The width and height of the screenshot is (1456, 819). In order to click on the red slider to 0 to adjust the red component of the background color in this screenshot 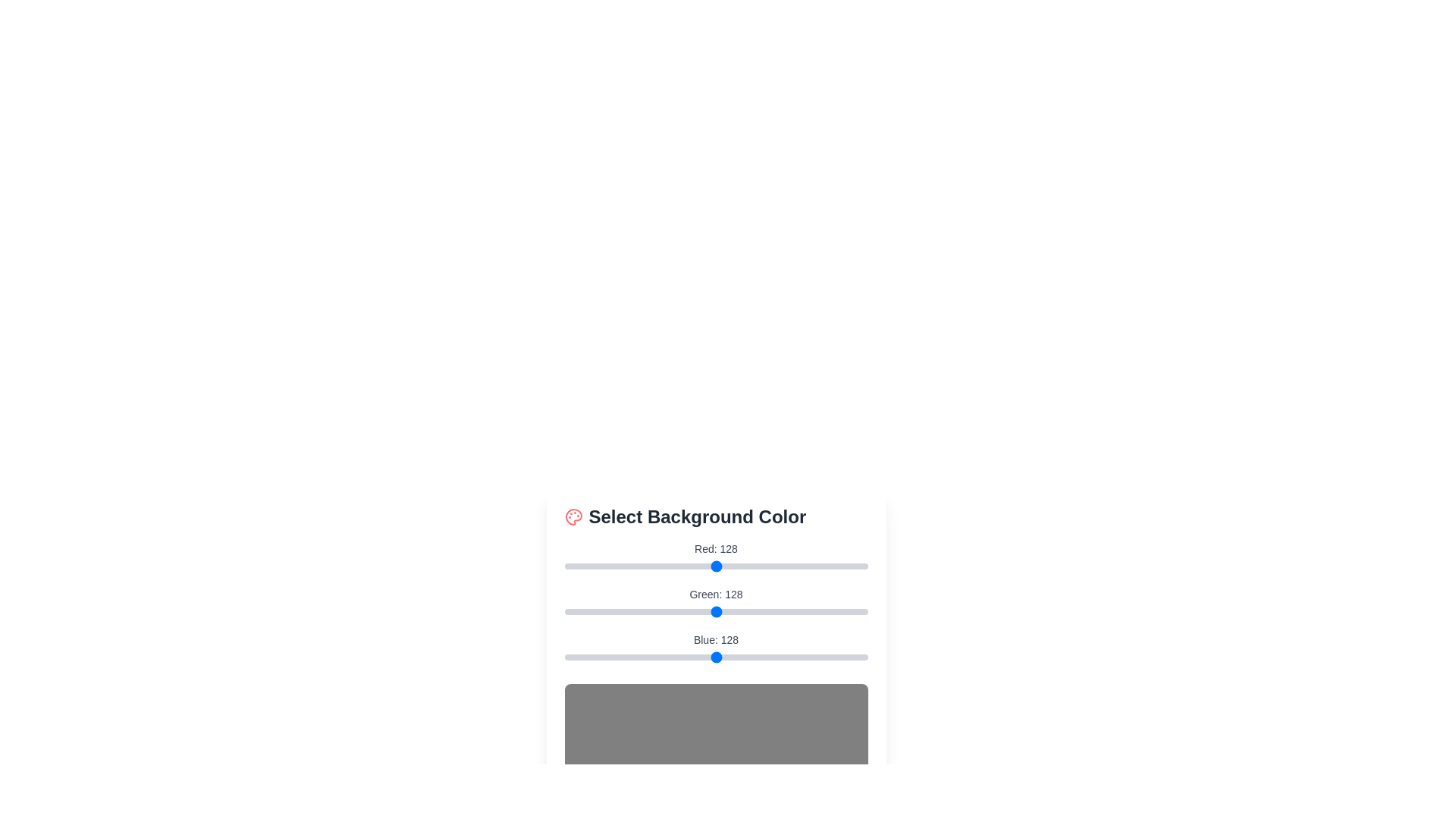, I will do `click(563, 566)`.